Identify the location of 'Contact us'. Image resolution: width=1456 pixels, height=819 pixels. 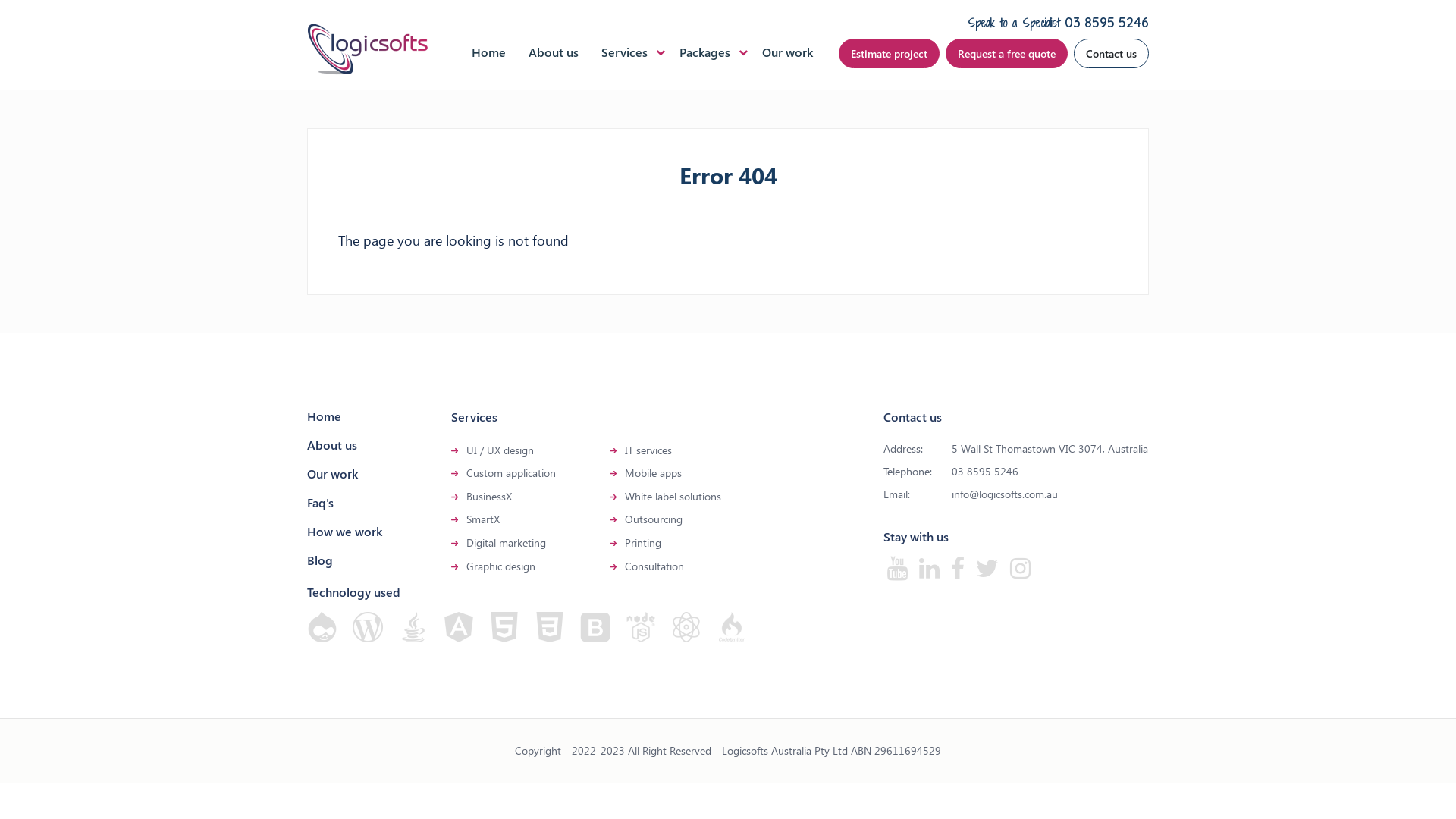
(1073, 52).